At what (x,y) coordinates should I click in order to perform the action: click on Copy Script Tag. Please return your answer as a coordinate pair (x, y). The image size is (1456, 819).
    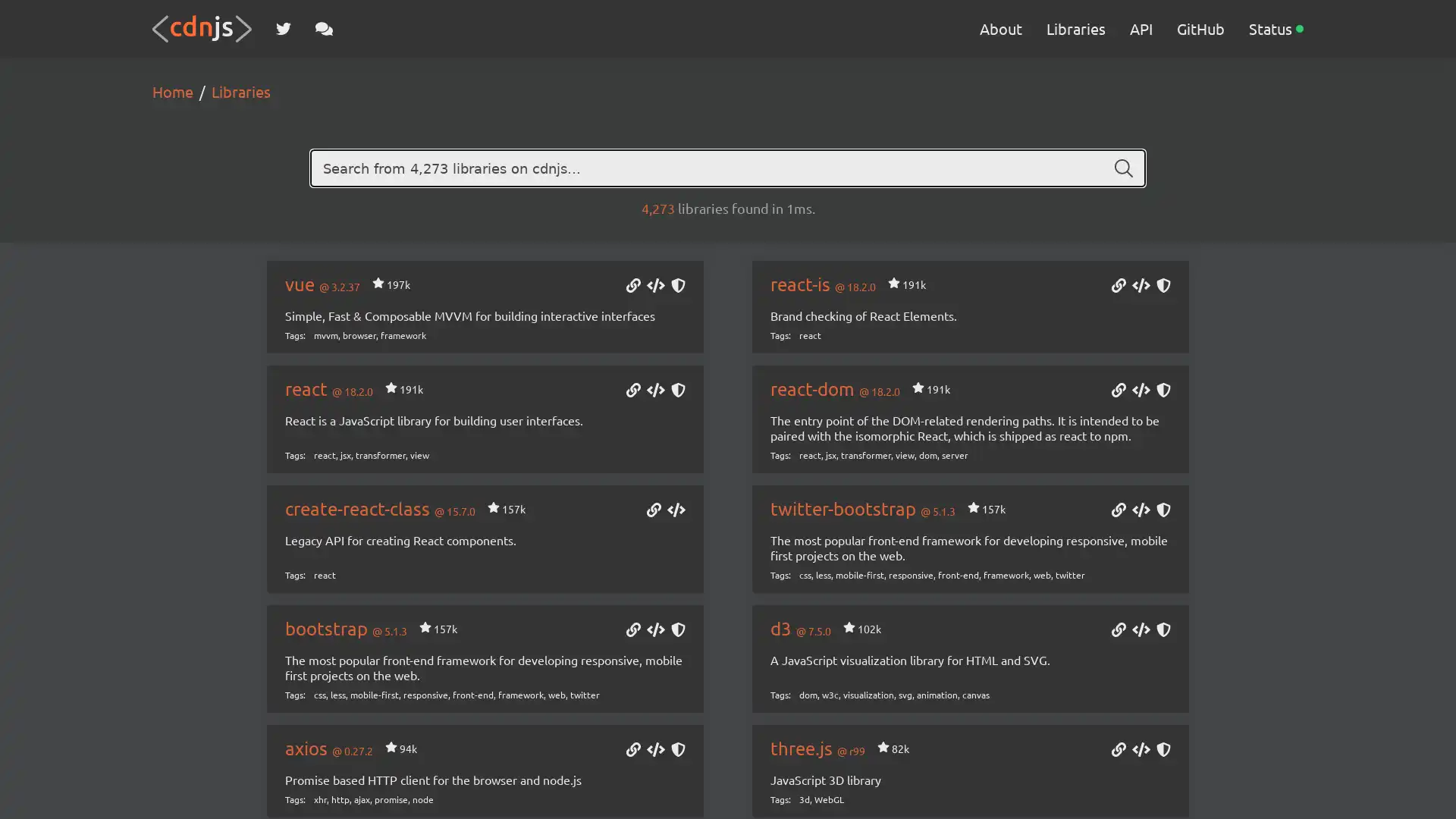
    Looking at the image, I should click on (655, 751).